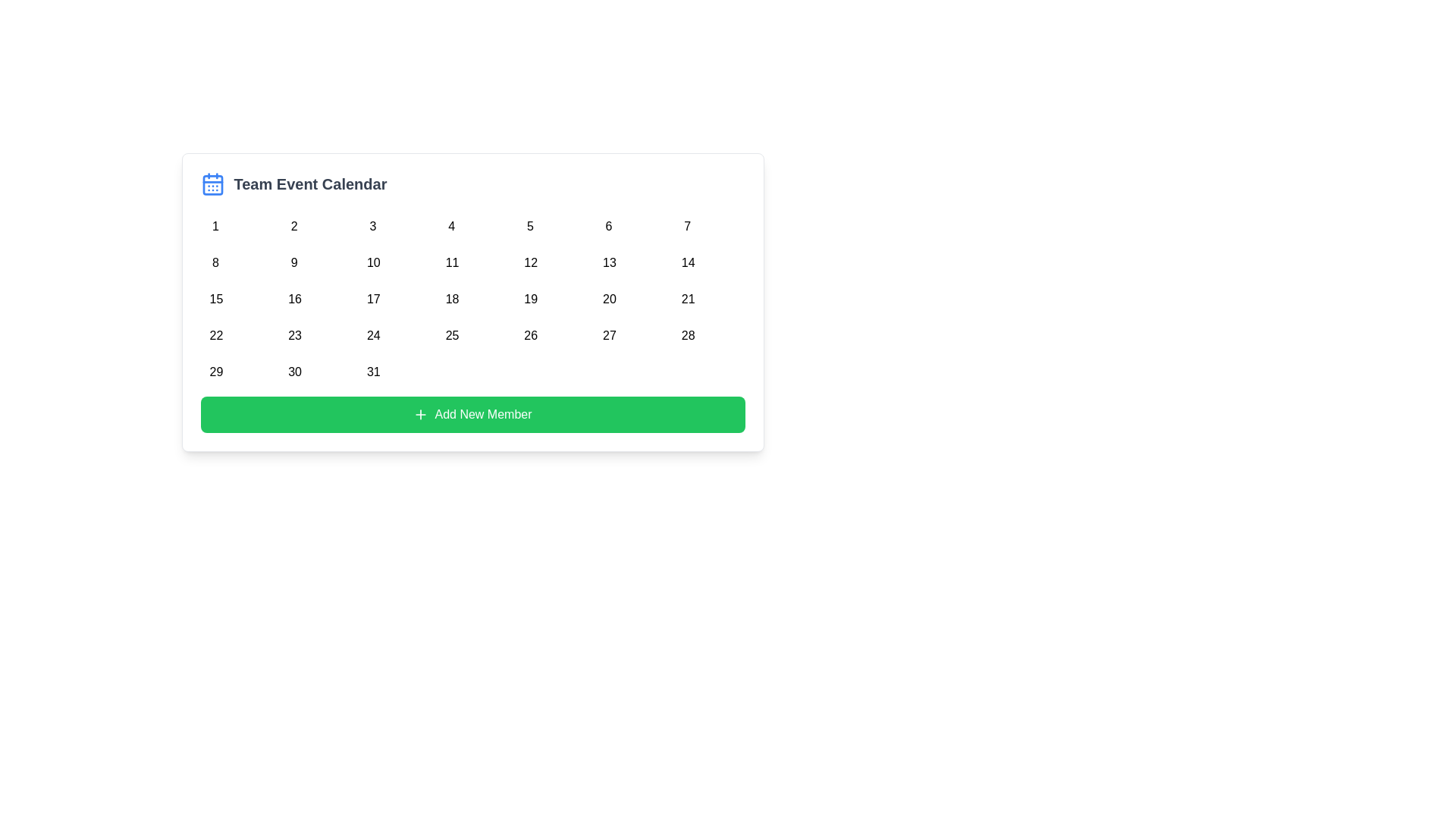  I want to click on the SVG rectangle representing a day or date cell within the calendar icon, which is positioned to the left of the 'Team Event Calendar' text, so click(212, 184).